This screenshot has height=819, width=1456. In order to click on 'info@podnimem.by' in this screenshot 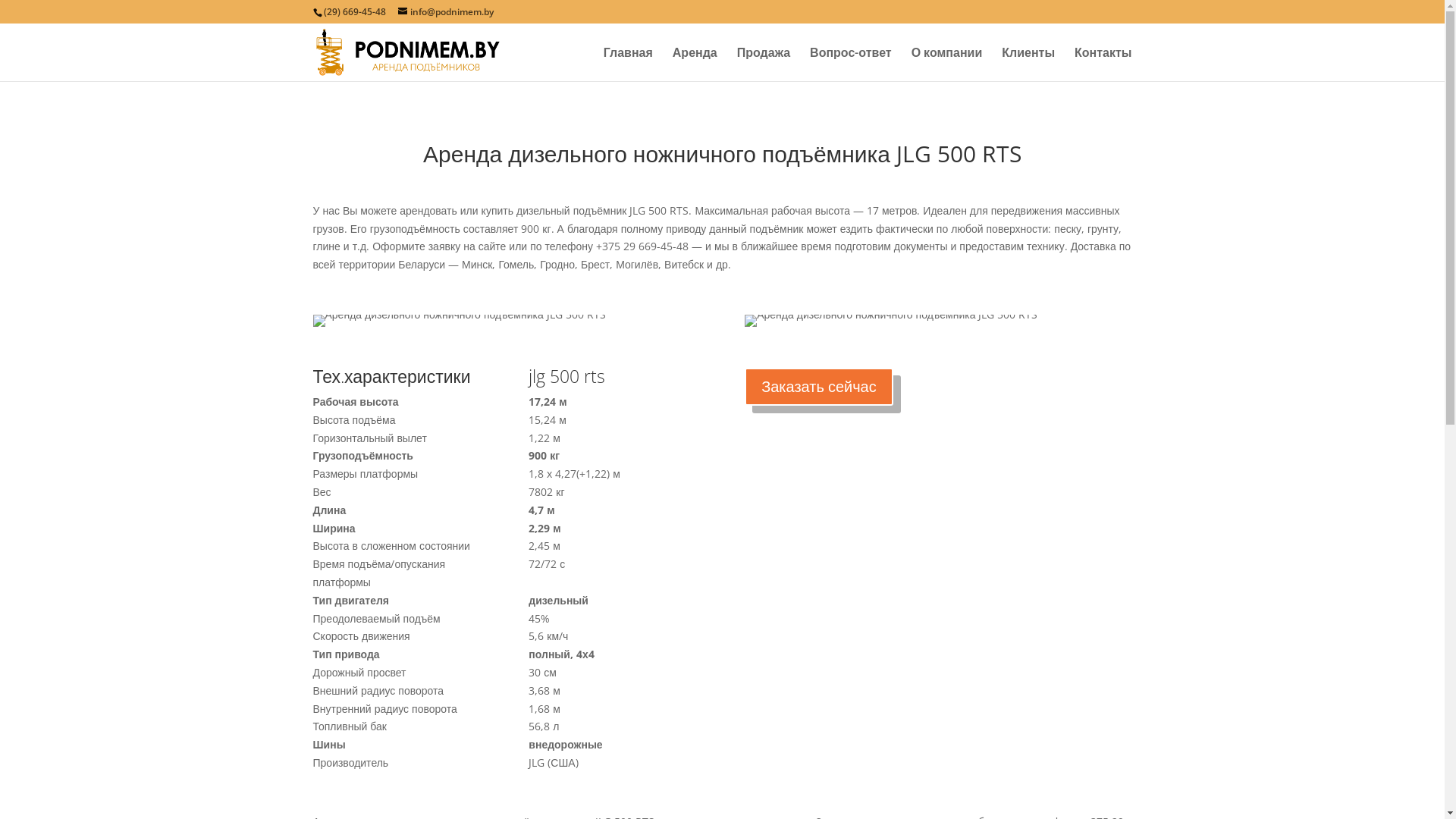, I will do `click(444, 11)`.